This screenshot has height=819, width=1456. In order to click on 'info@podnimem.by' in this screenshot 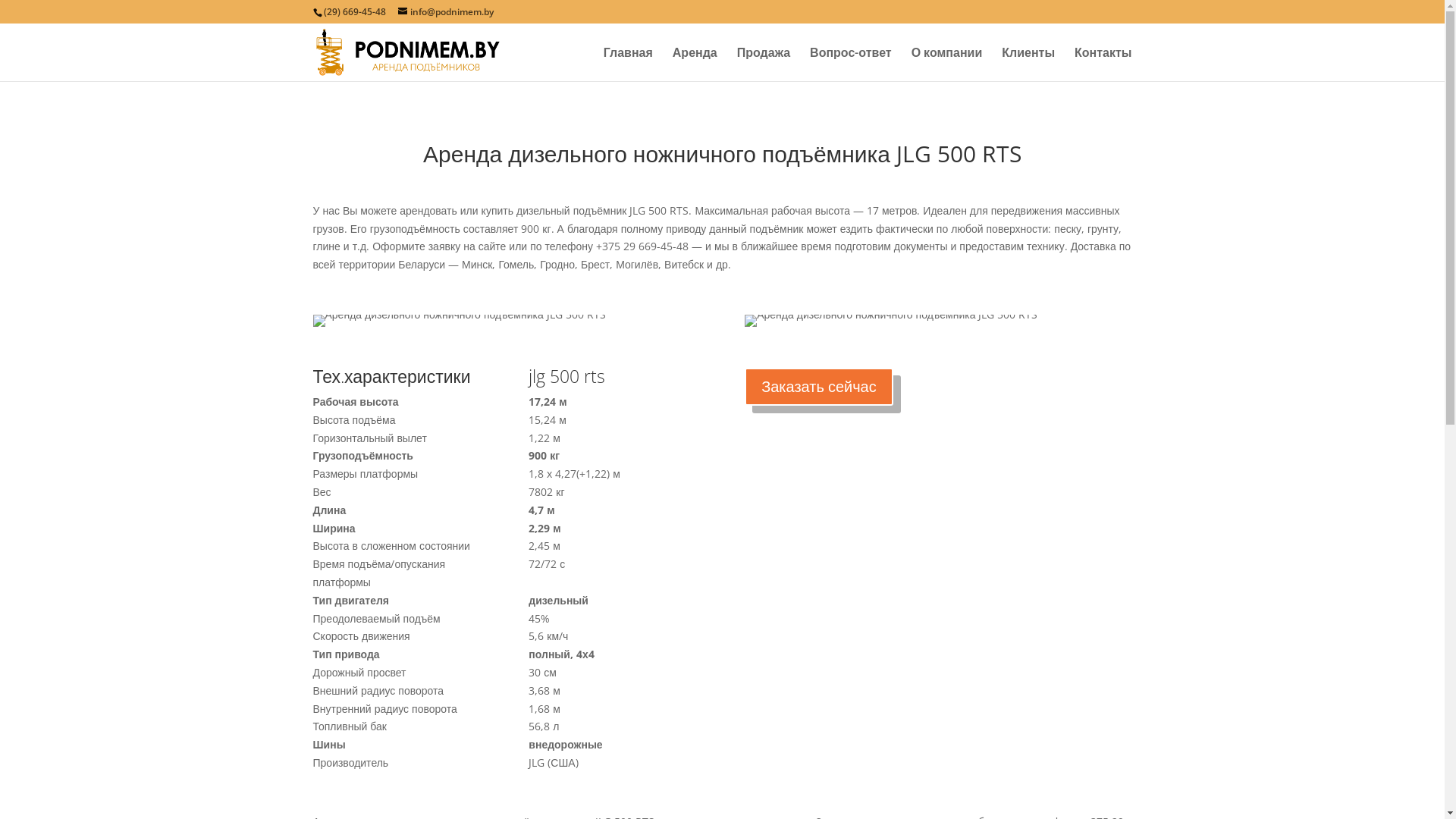, I will do `click(444, 11)`.